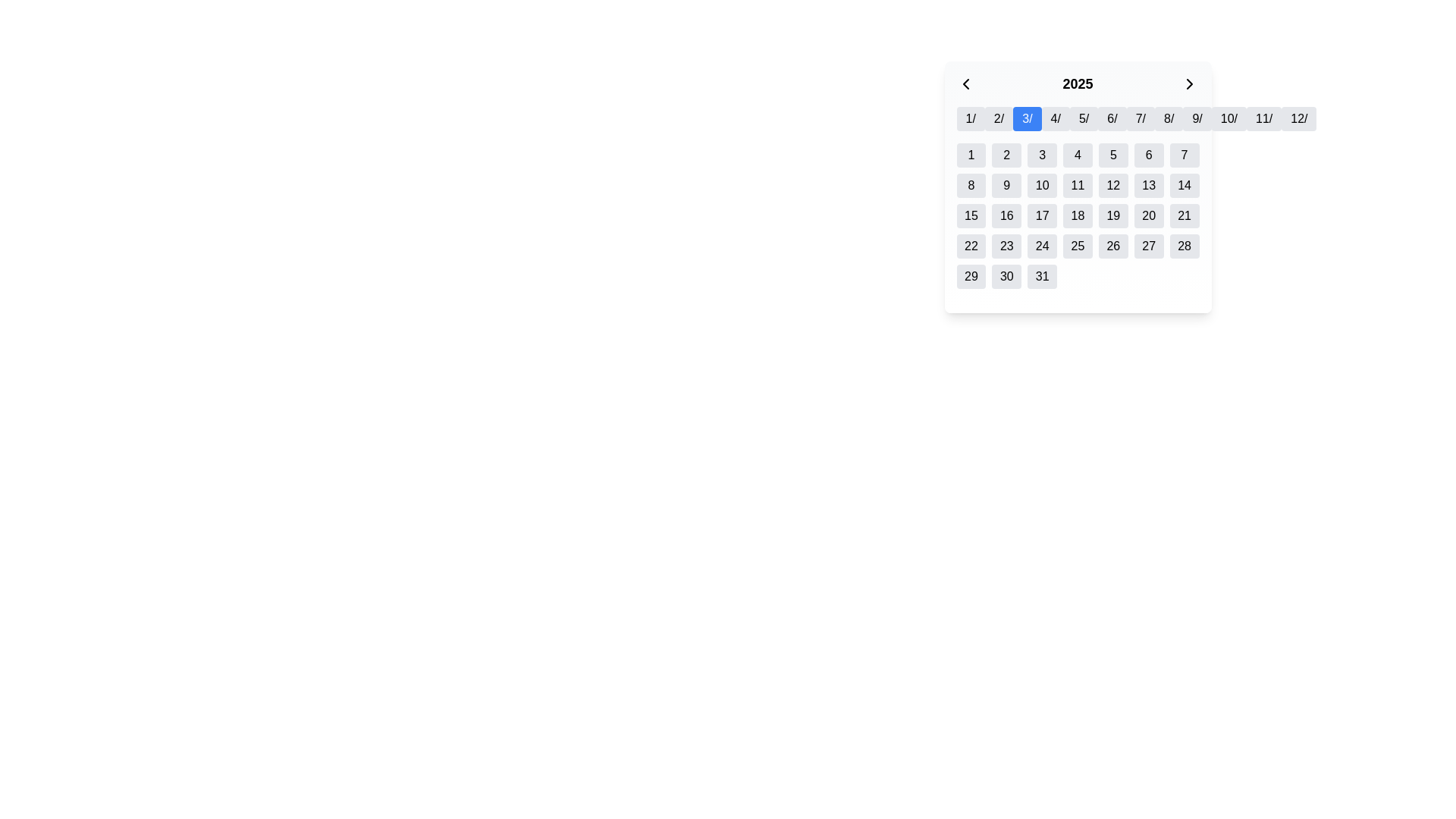 The height and width of the screenshot is (819, 1456). I want to click on the small rectangular button with a light gray background and the number '18' centered in black text, so click(1077, 216).